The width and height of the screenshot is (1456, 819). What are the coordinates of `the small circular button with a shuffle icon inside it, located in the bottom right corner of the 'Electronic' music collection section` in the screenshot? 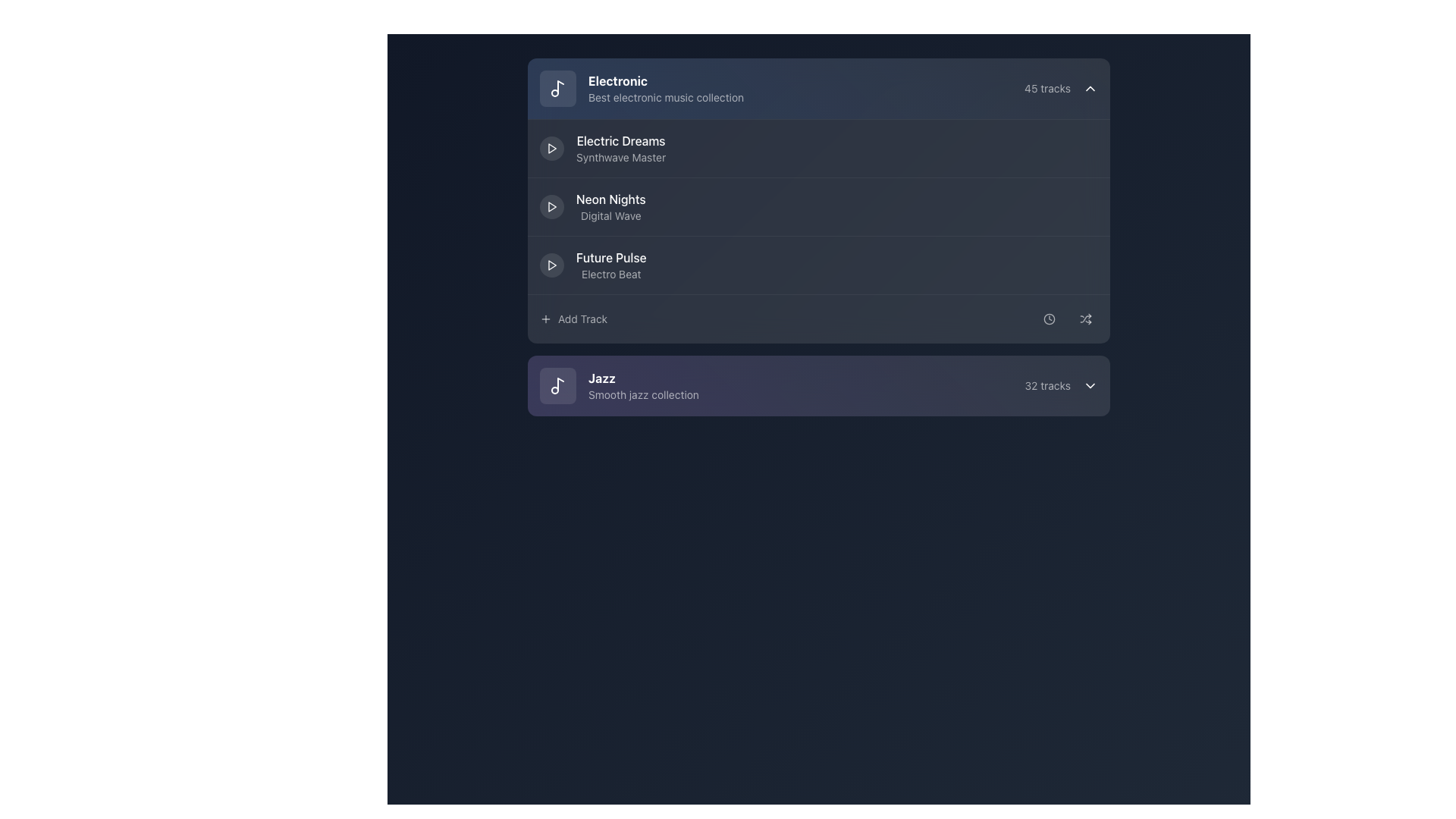 It's located at (1084, 318).